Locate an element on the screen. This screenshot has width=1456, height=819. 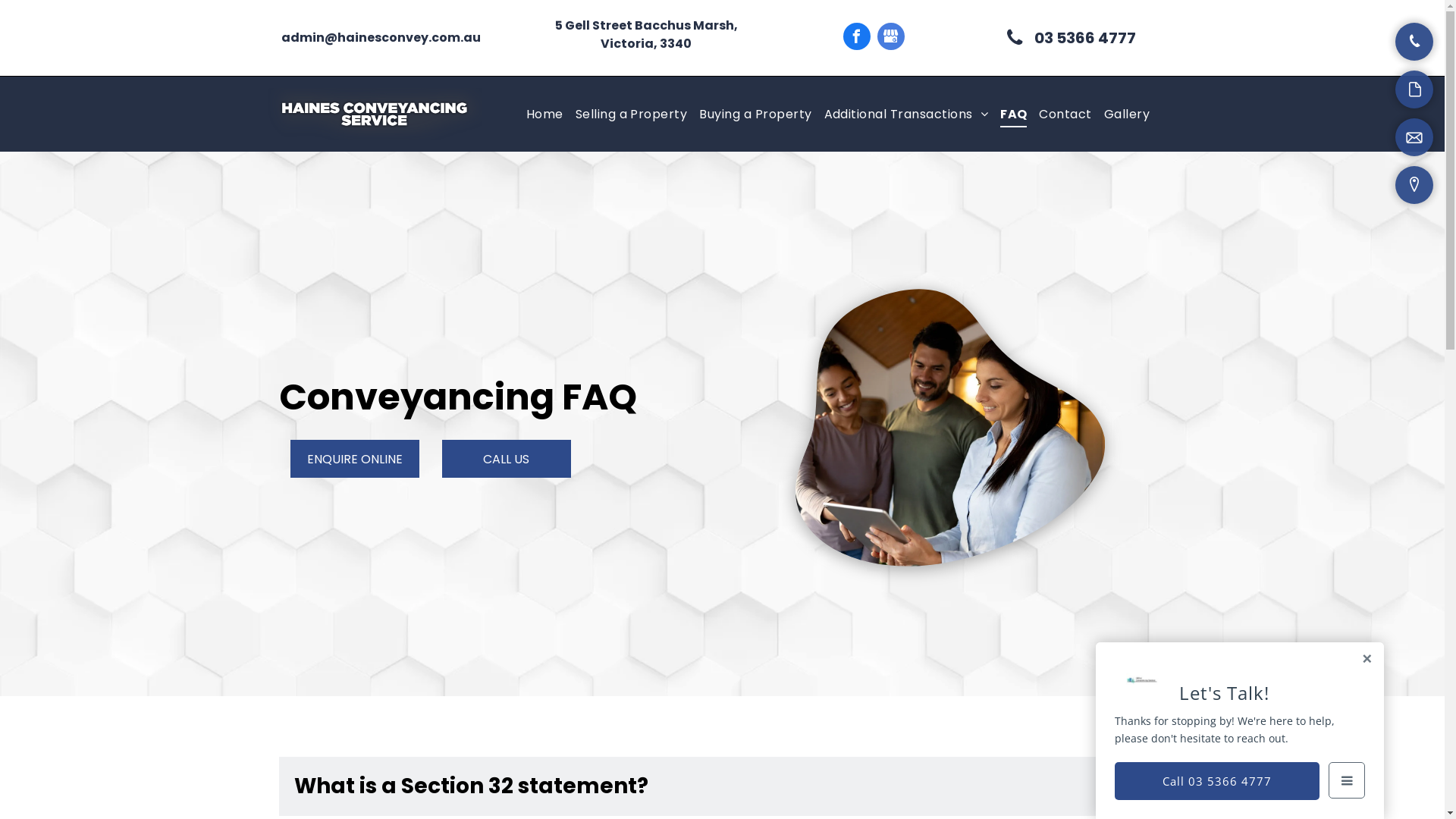
'ENQUIRE ONLINE' is located at coordinates (353, 458).